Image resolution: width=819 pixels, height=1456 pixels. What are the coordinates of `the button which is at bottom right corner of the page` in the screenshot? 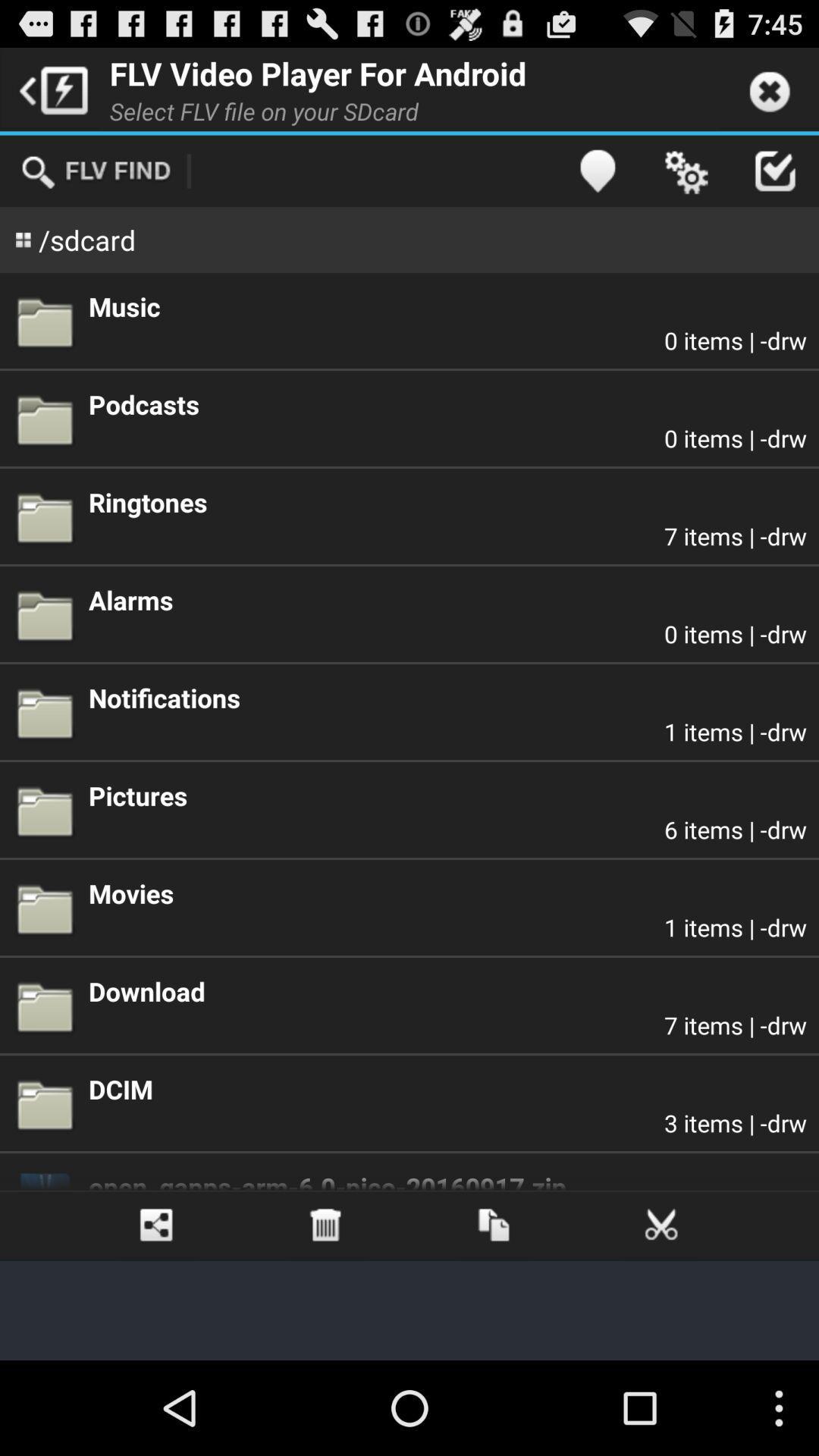 It's located at (661, 1225).